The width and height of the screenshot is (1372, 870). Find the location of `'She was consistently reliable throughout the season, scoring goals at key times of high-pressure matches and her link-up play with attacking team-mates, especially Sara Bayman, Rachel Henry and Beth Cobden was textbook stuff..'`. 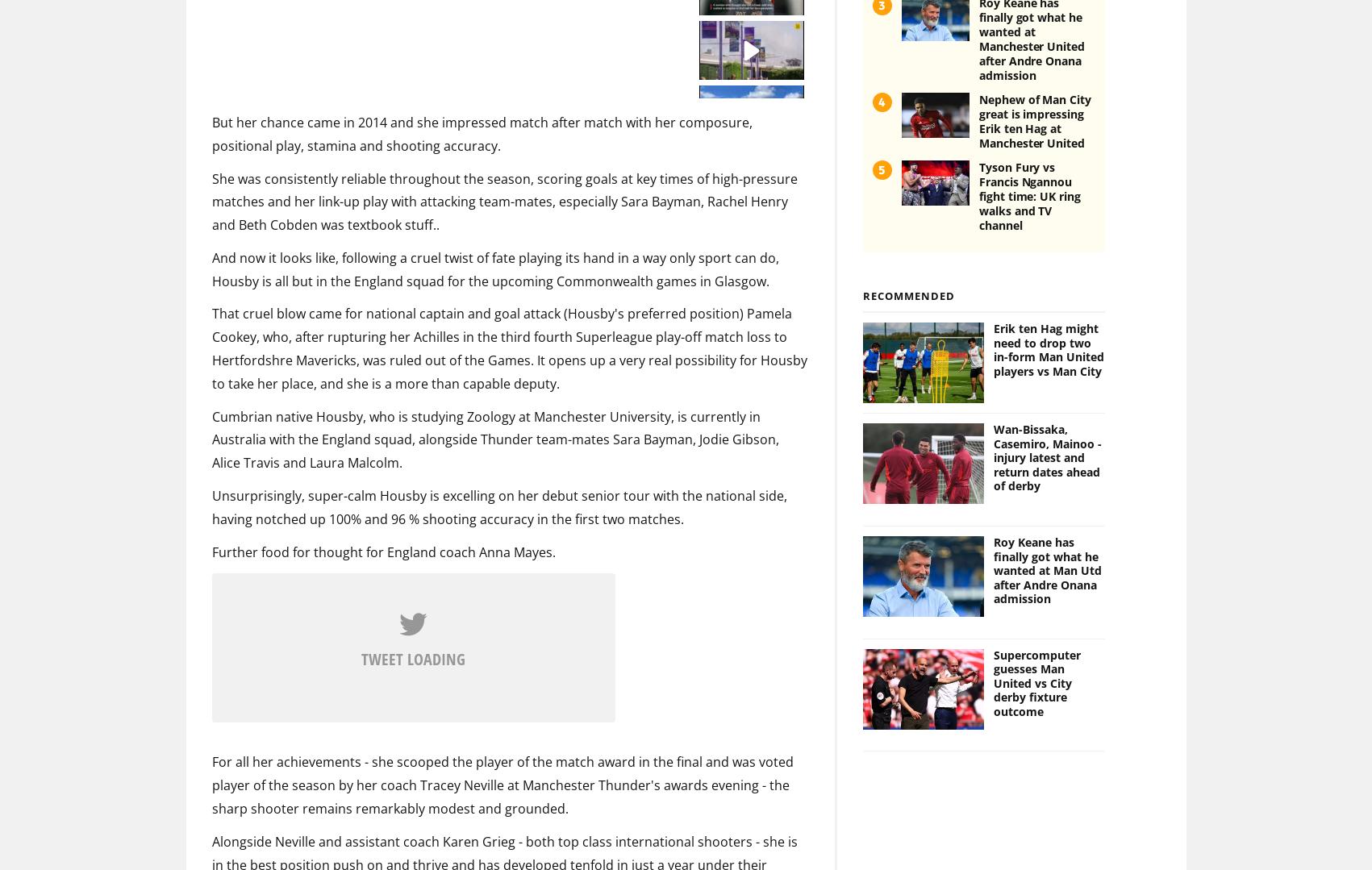

'She was consistently reliable throughout the season, scoring goals at key times of high-pressure matches and her link-up play with attacking team-mates, especially Sara Bayman, Rachel Henry and Beth Cobden was textbook stuff..' is located at coordinates (211, 173).